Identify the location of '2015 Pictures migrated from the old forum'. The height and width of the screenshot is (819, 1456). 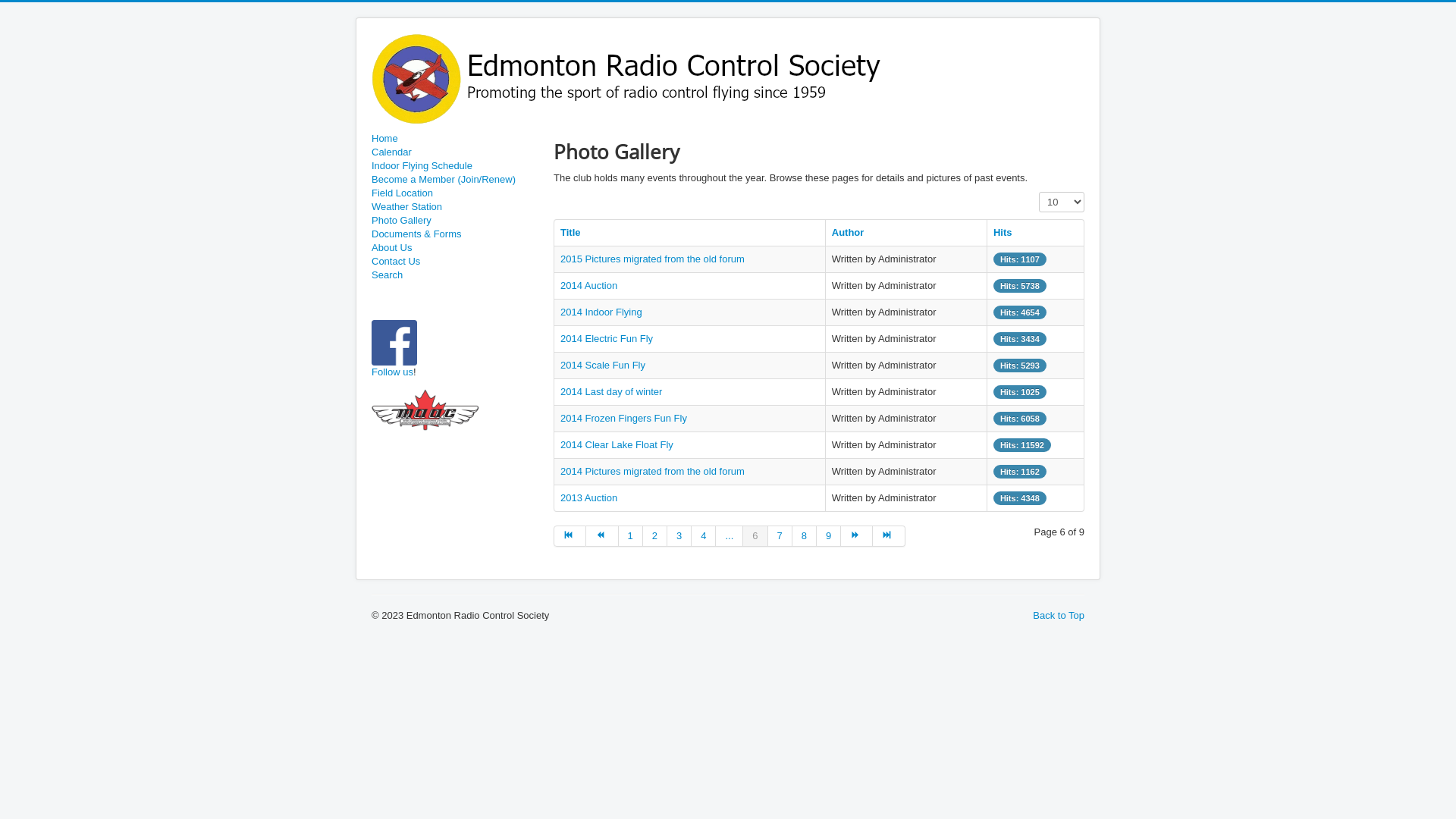
(652, 258).